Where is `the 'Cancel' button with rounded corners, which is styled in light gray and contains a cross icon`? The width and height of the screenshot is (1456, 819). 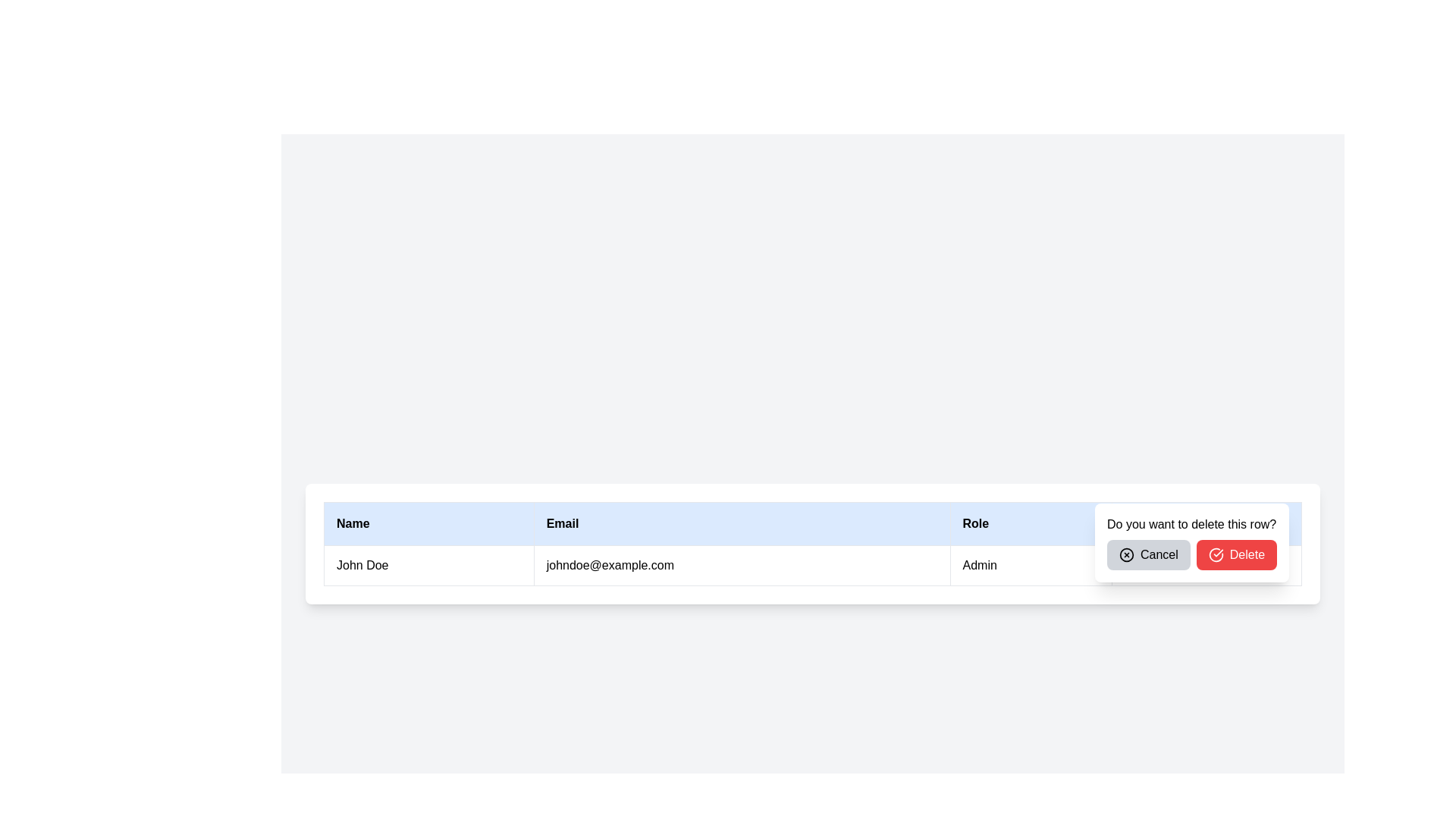
the 'Cancel' button with rounded corners, which is styled in light gray and contains a cross icon is located at coordinates (1148, 554).